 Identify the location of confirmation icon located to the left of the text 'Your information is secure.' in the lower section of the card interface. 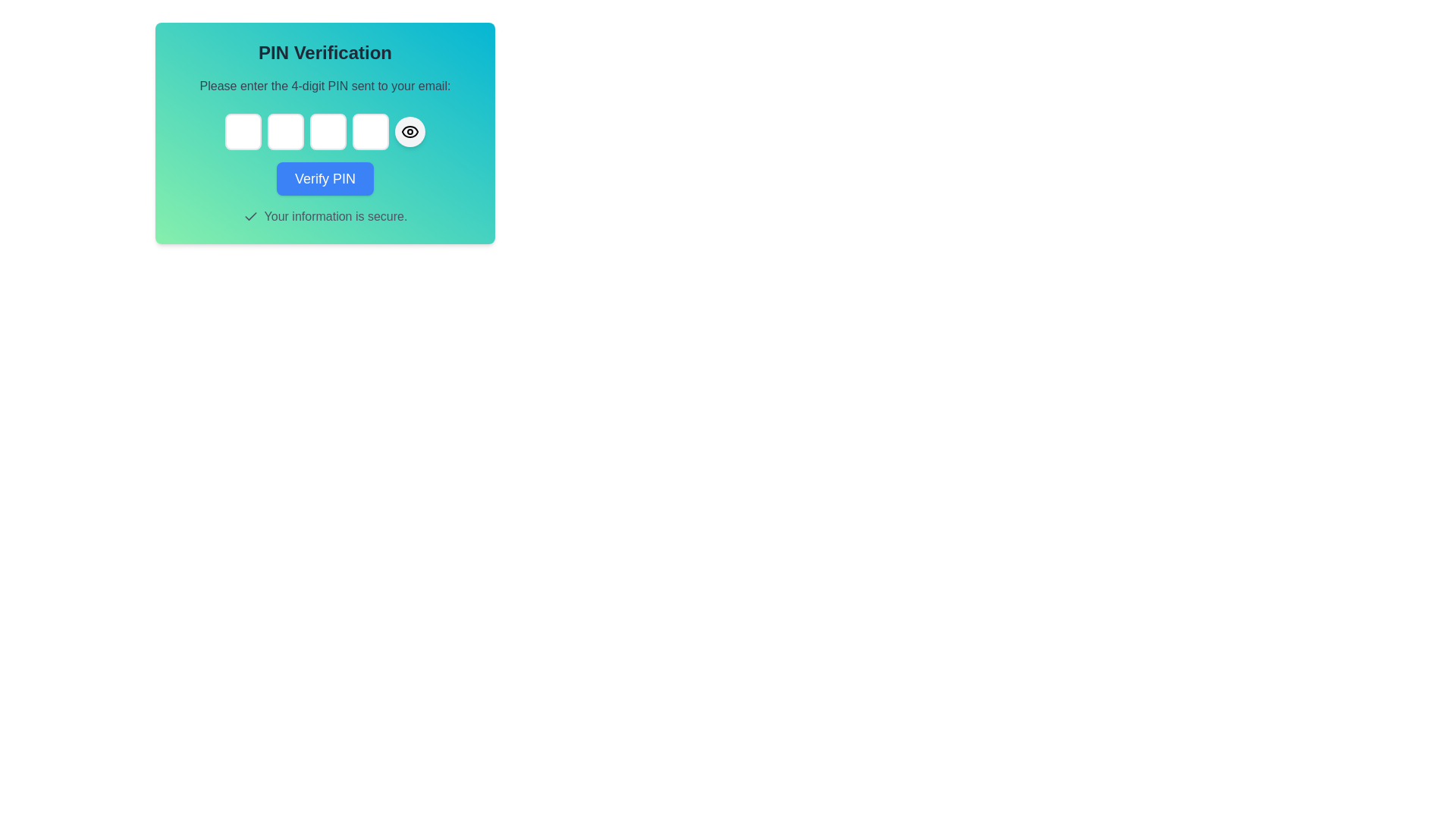
(250, 216).